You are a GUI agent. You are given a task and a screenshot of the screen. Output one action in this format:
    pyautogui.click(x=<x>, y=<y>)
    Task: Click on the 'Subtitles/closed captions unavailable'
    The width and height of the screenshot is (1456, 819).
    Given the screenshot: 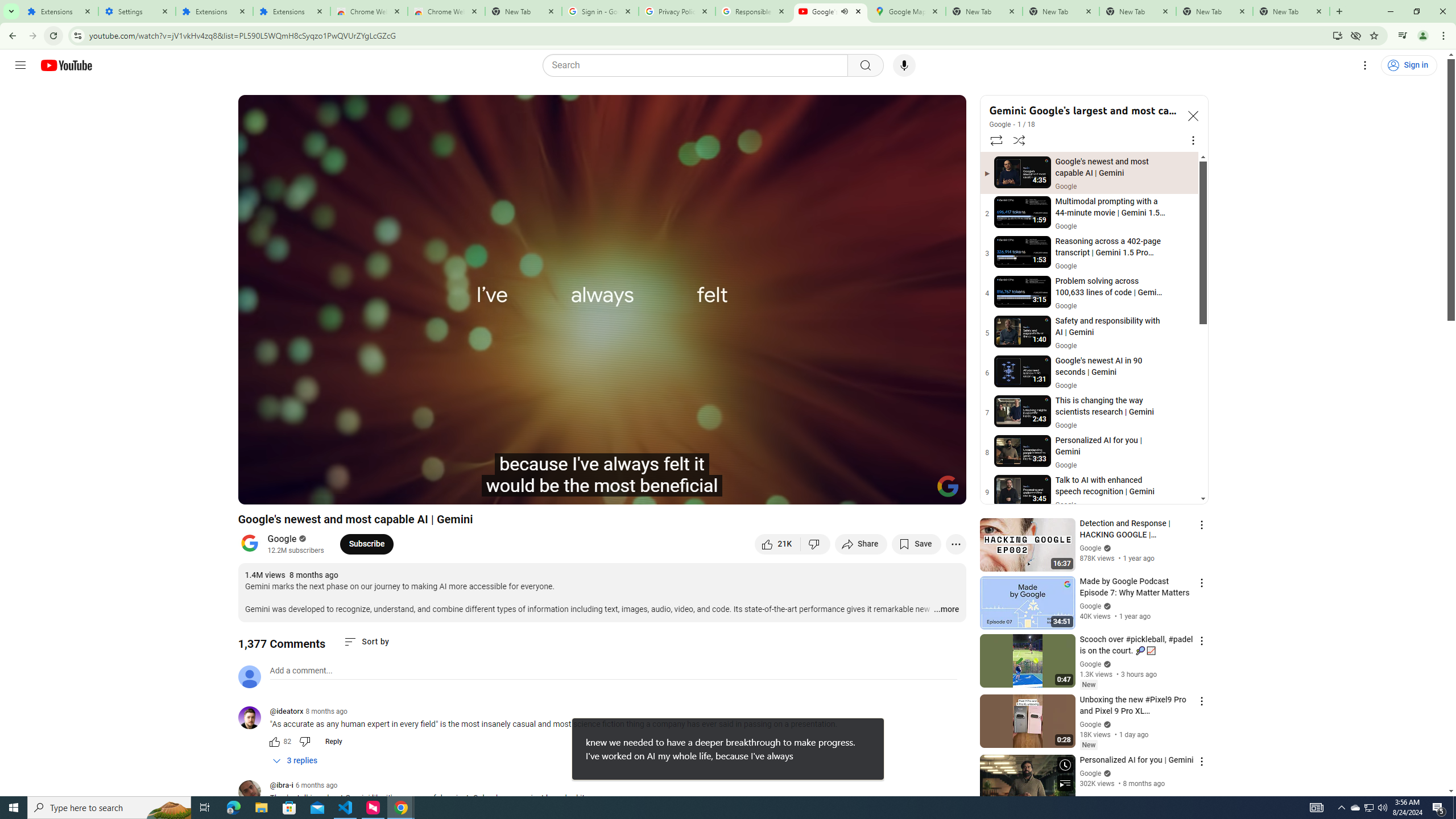 What is the action you would take?
    pyautogui.click(x=835, y=490)
    